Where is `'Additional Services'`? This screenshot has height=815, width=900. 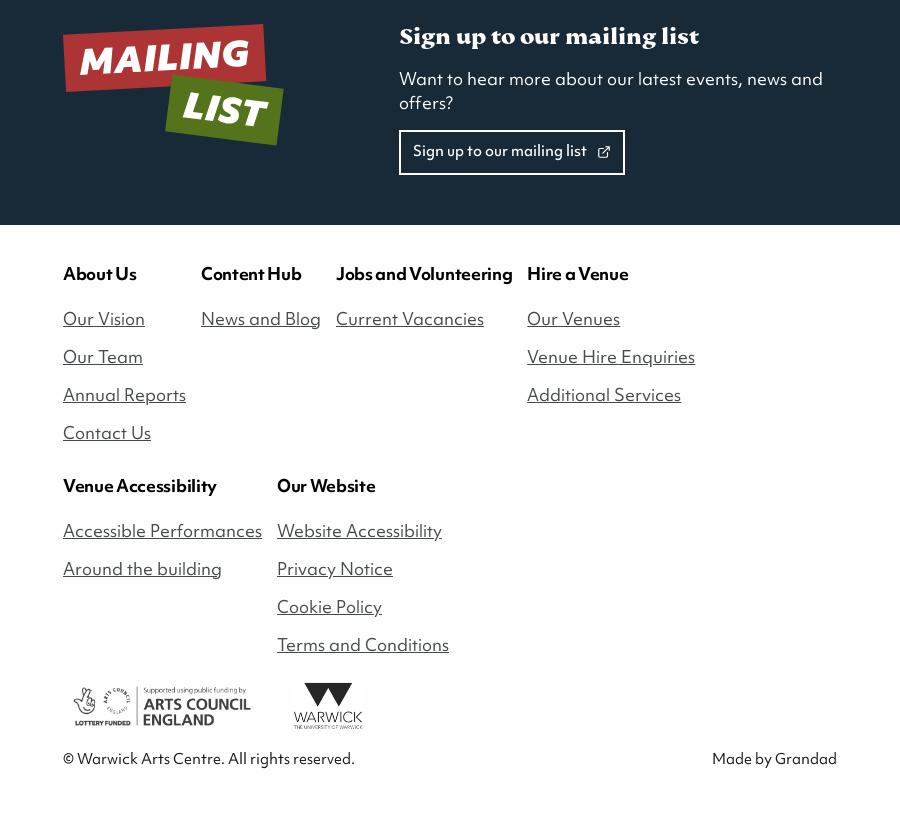 'Additional Services' is located at coordinates (603, 392).